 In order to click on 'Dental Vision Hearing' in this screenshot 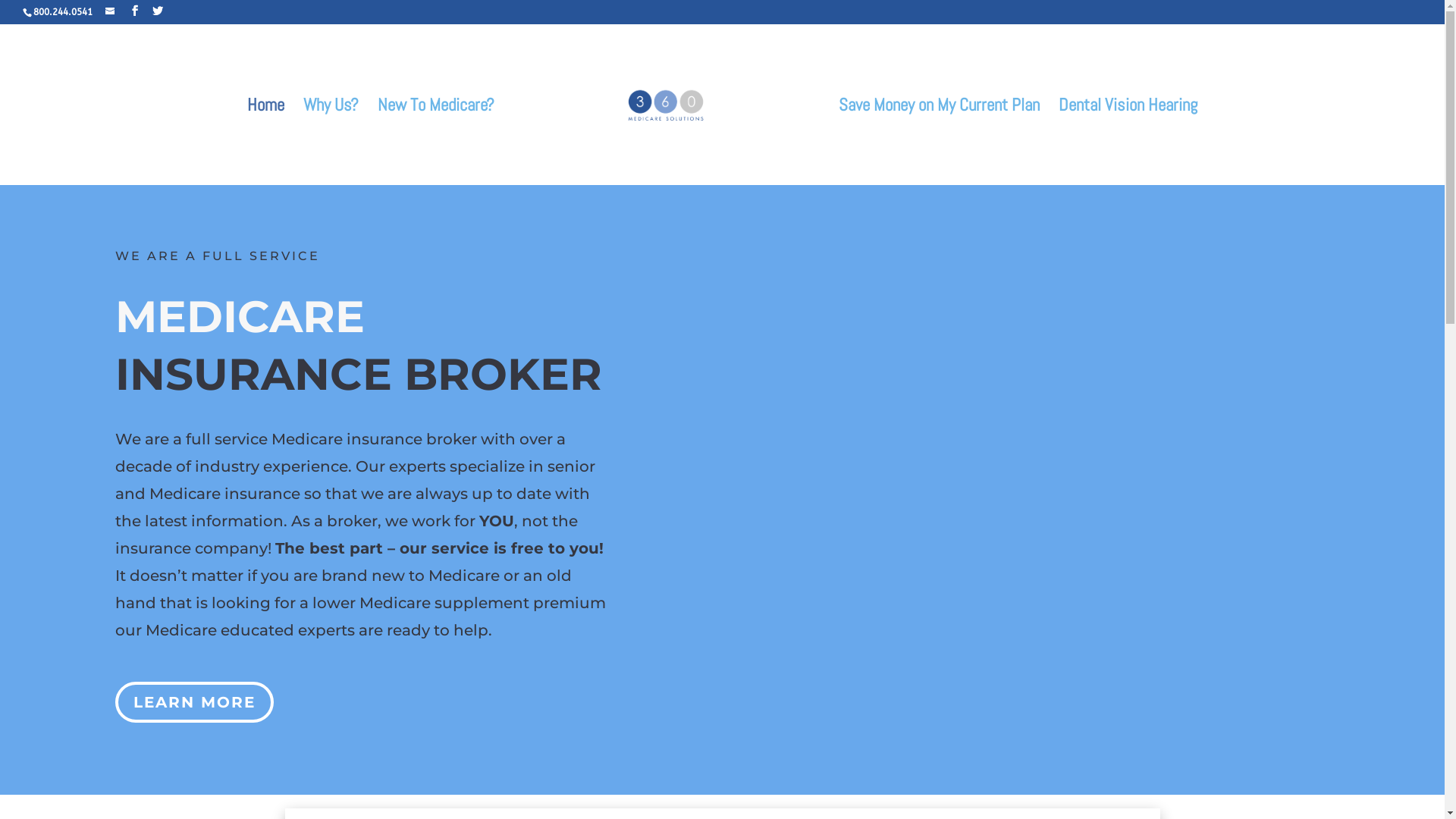, I will do `click(1128, 142)`.